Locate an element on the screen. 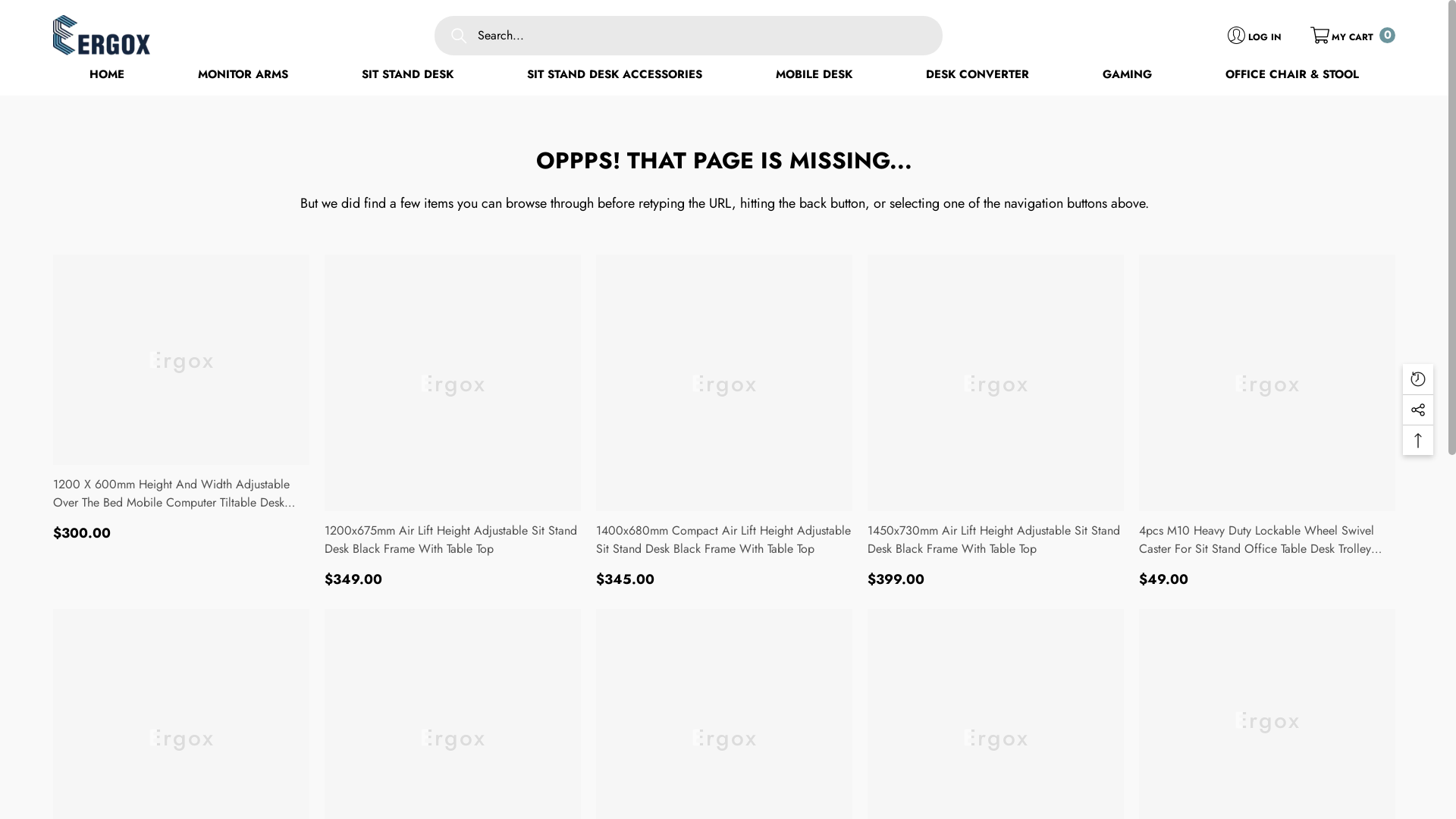  'SIT STAND DESK ACCESSORIES' is located at coordinates (614, 75).